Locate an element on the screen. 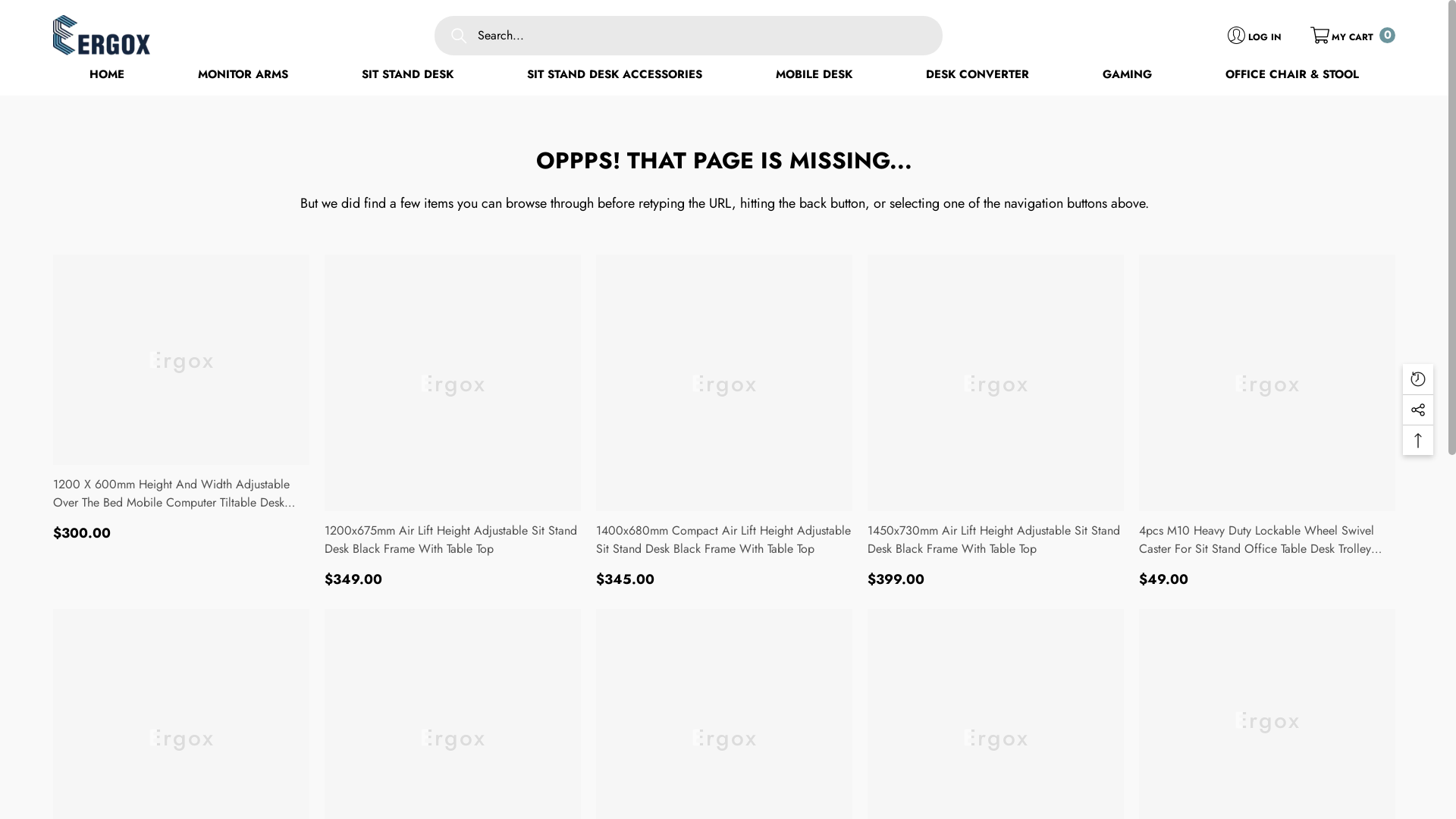  'SIT STAND DESK ACCESSORIES' is located at coordinates (614, 75).